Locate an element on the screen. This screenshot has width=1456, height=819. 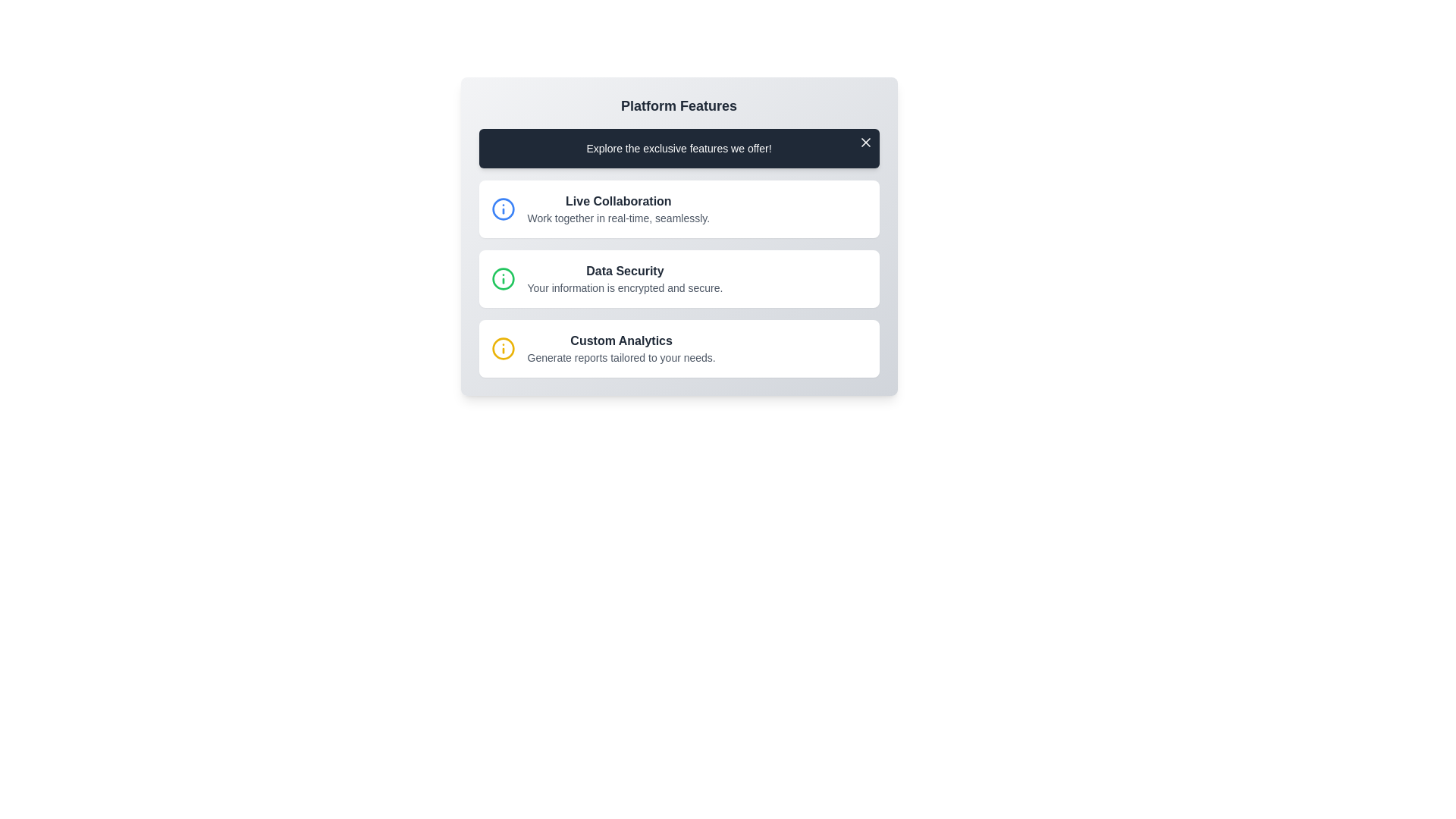
text element that reads 'Work together in real-time, seamlessly.' located under the 'Live Collaboration' heading is located at coordinates (618, 218).